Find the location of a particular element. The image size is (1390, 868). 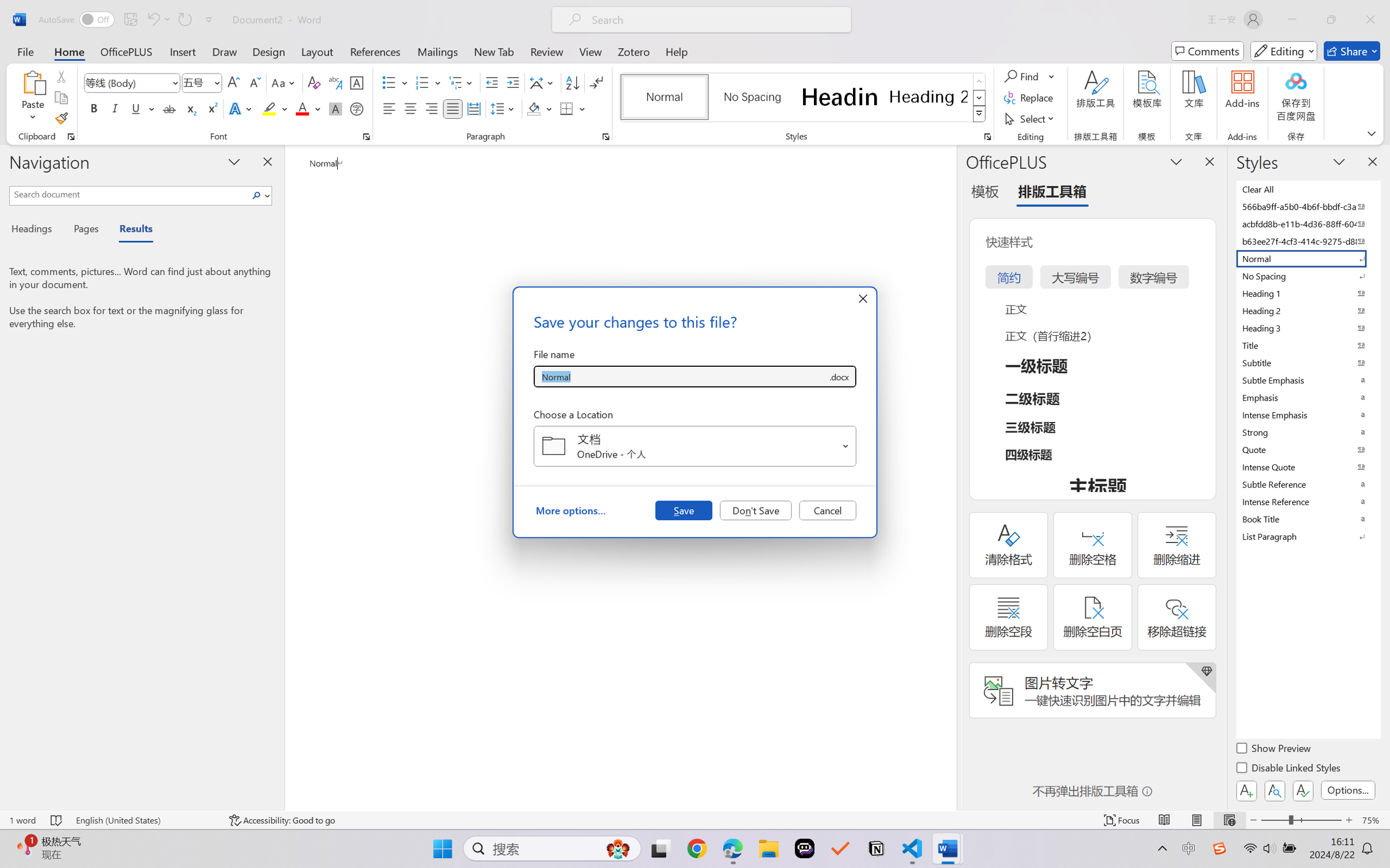

'Font Color Red' is located at coordinates (303, 108).